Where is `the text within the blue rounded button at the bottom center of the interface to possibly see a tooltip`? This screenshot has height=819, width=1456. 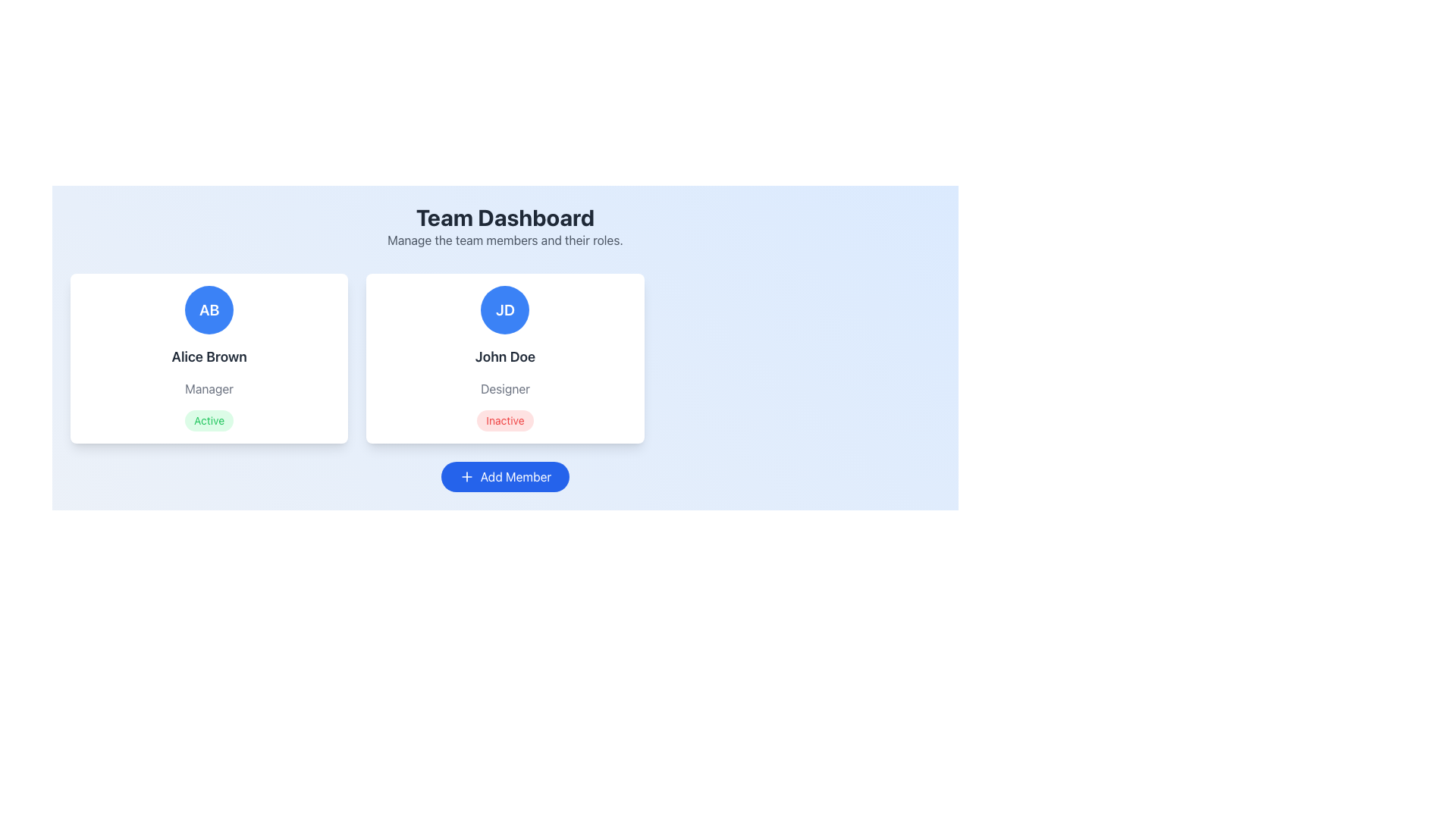 the text within the blue rounded button at the bottom center of the interface to possibly see a tooltip is located at coordinates (516, 475).